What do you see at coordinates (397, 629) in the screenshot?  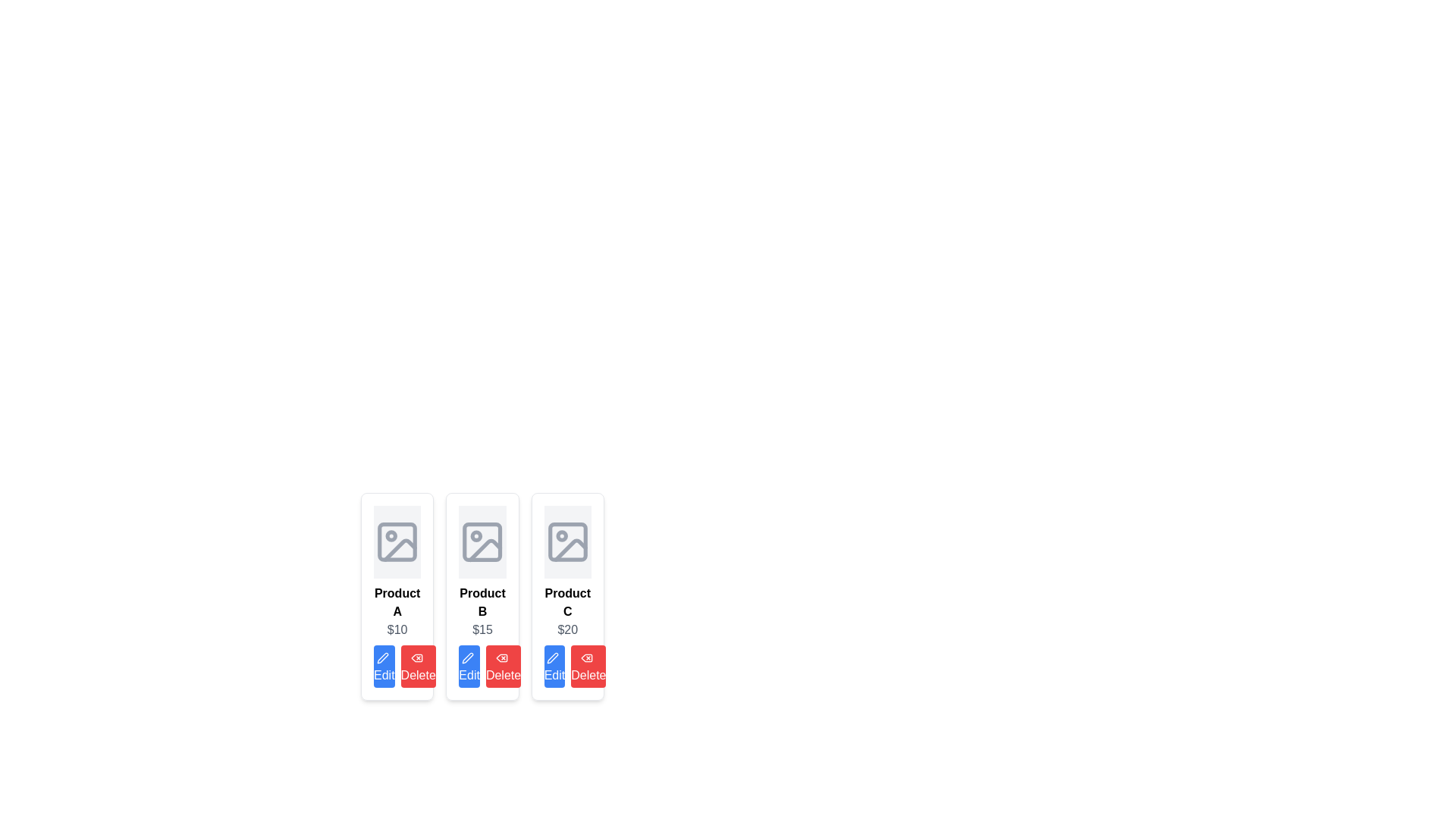 I see `the Text label that indicates the price associated with 'Product A', which is located below the product title and above the action buttons` at bounding box center [397, 629].